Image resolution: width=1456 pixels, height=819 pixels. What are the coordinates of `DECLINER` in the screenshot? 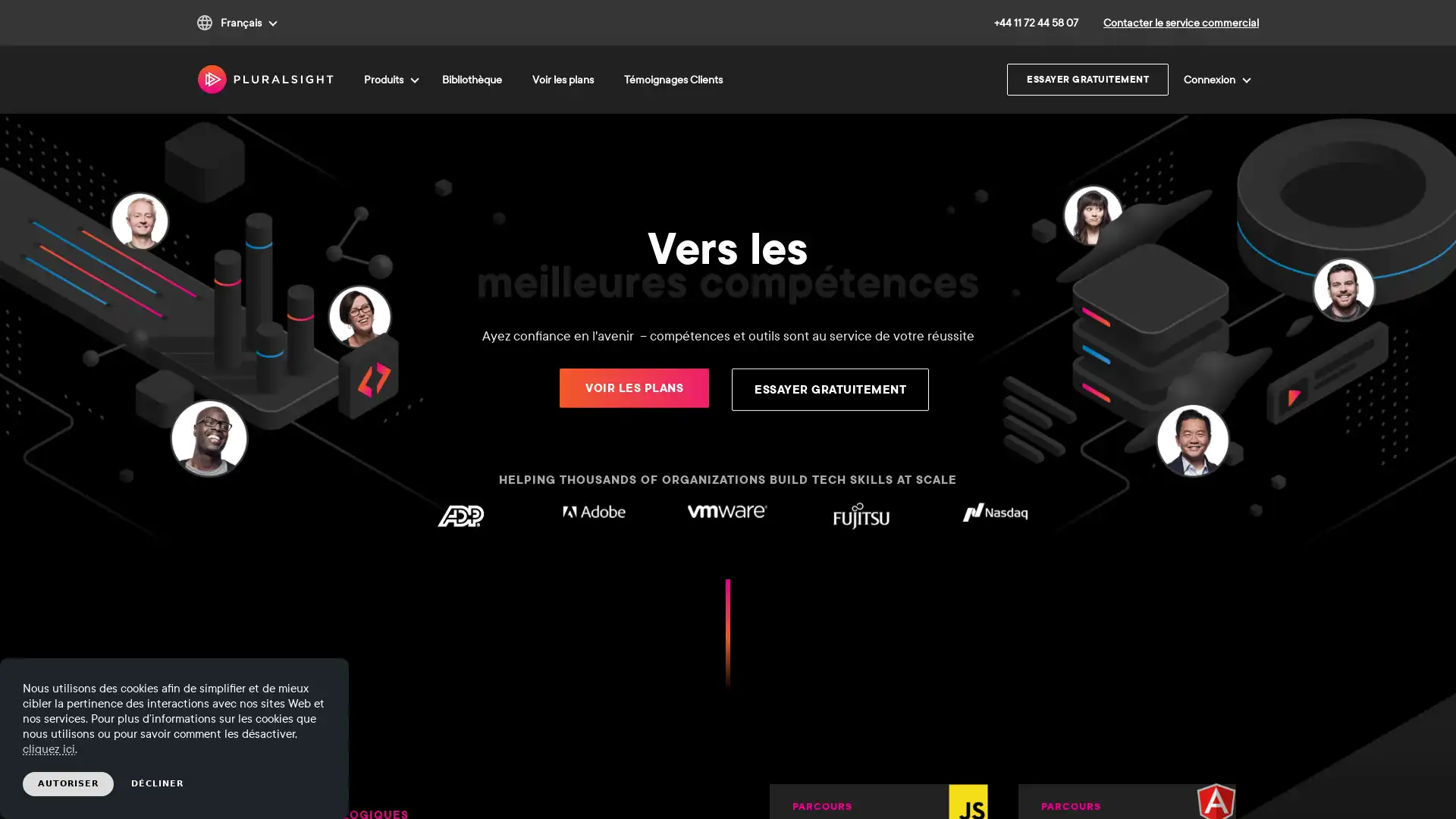 It's located at (157, 783).